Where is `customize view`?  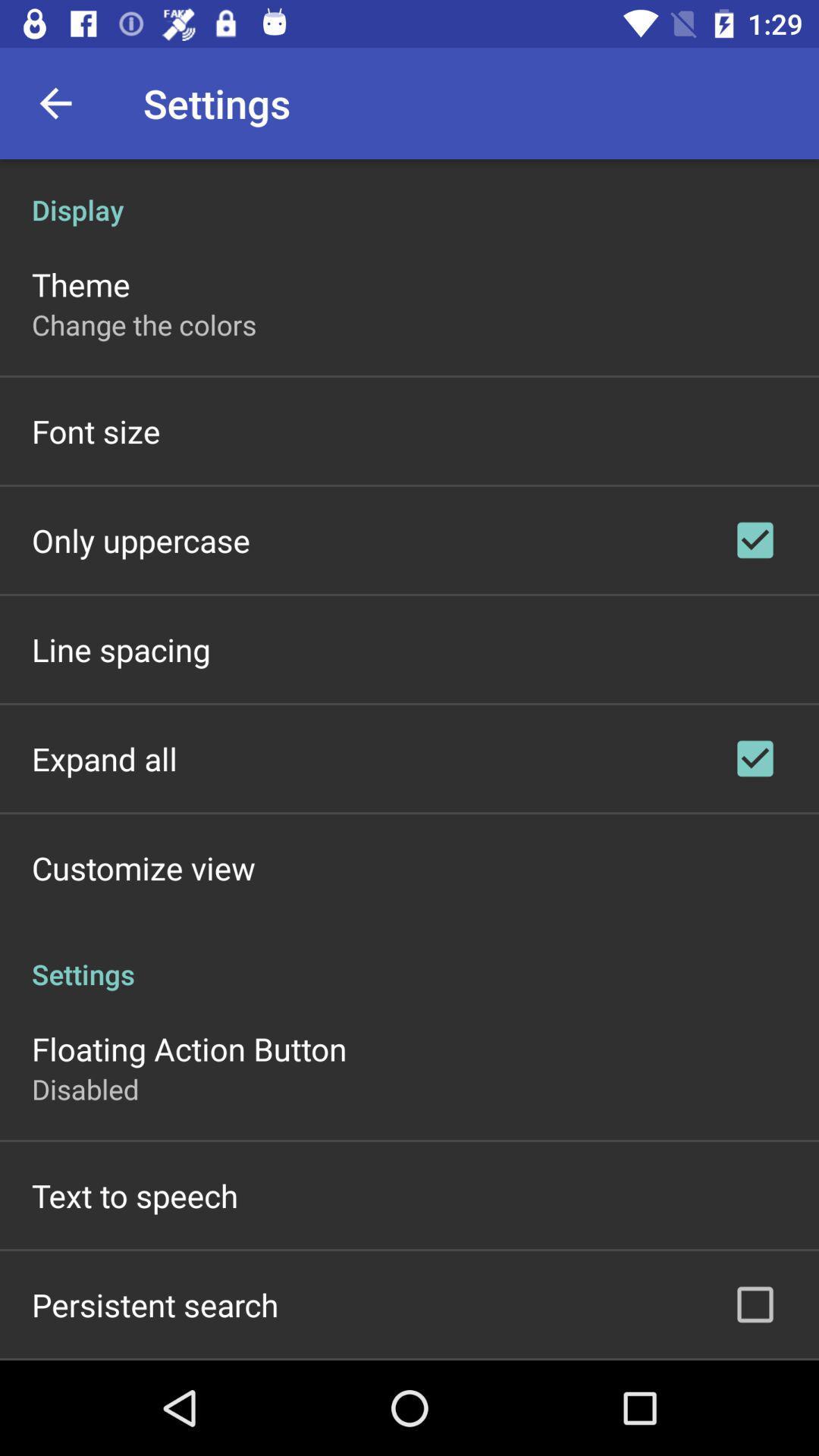
customize view is located at coordinates (143, 868).